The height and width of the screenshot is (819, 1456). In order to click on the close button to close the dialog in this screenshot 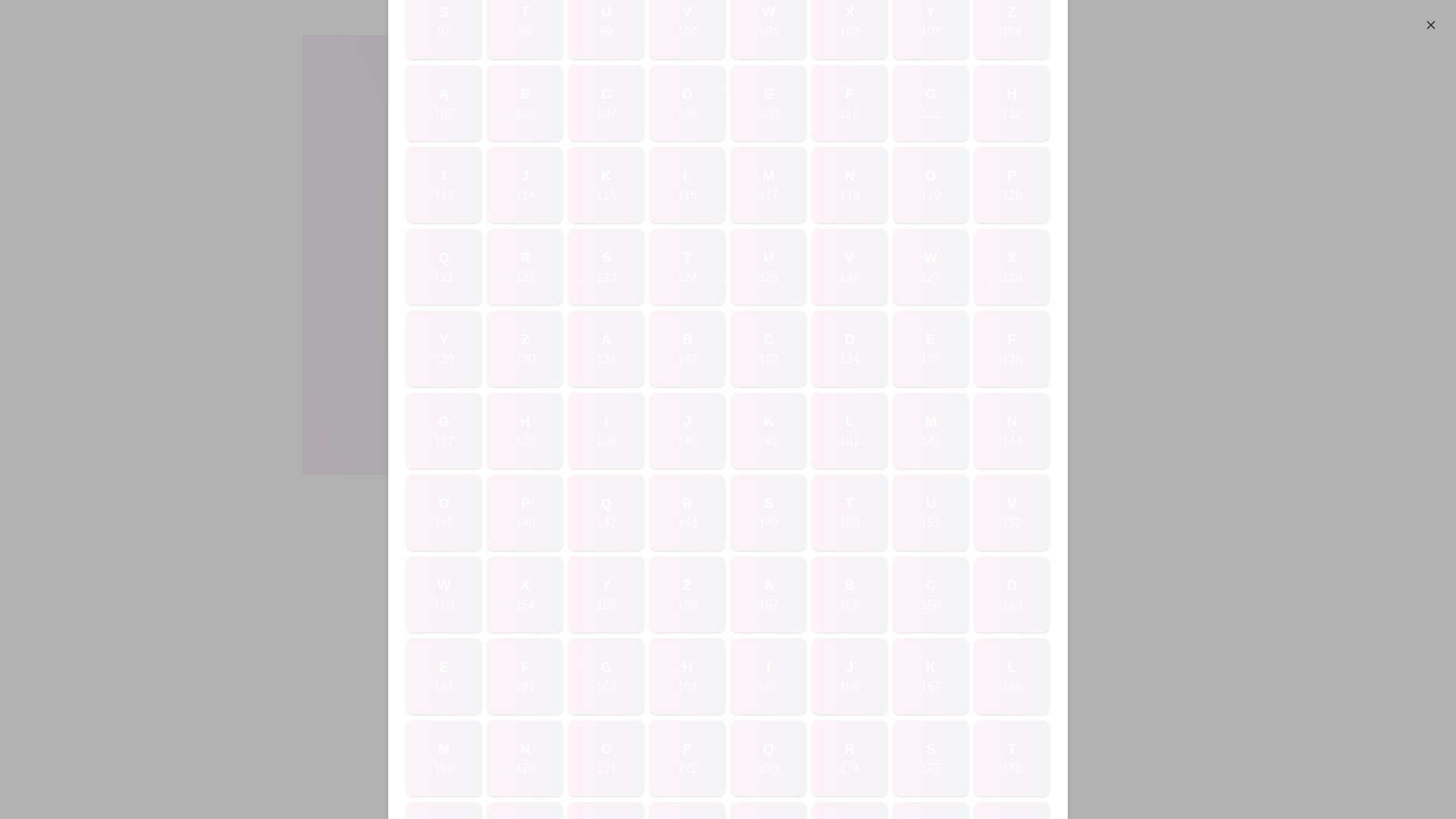, I will do `click(1429, 25)`.